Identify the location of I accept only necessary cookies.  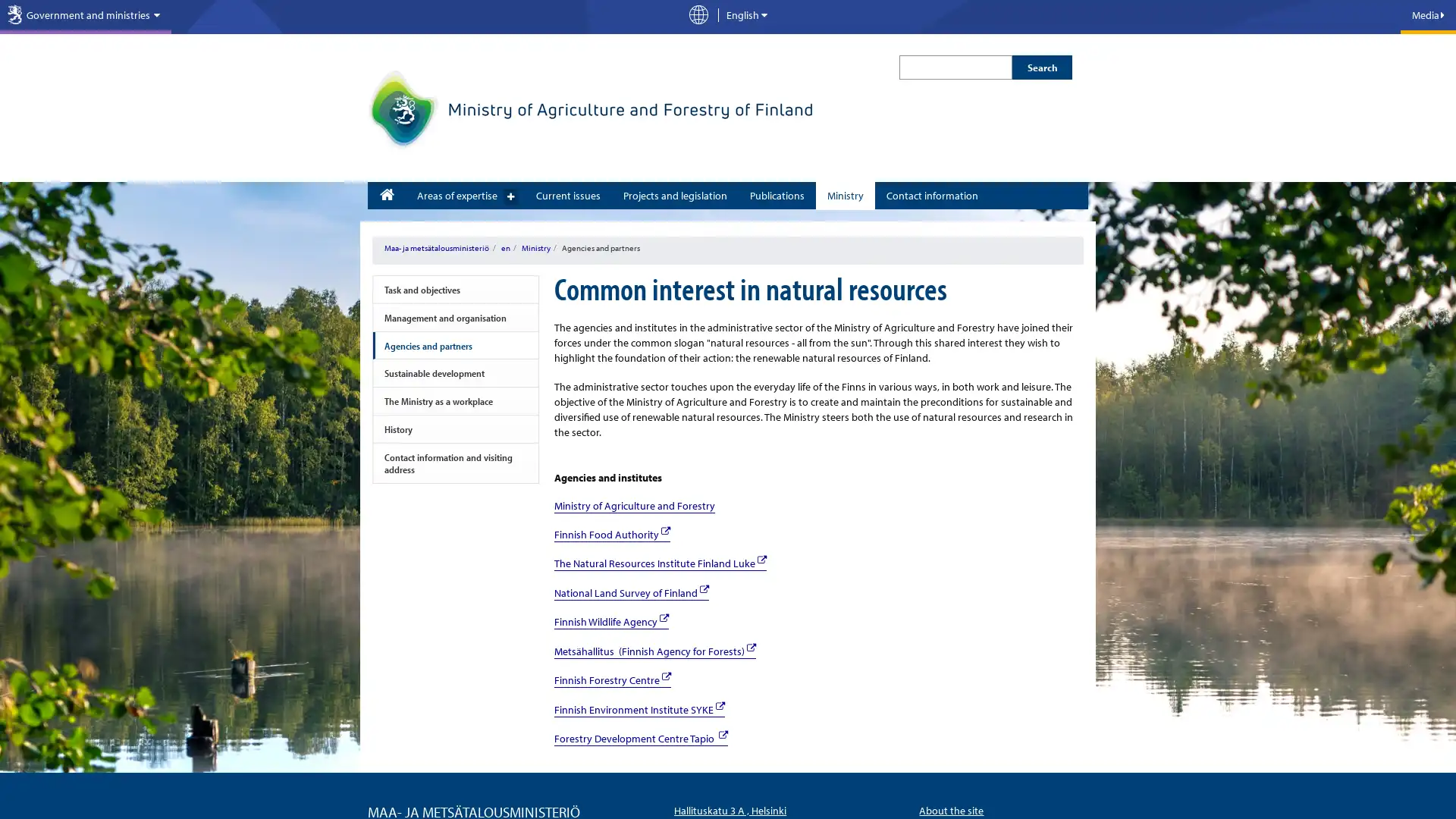
(796, 783).